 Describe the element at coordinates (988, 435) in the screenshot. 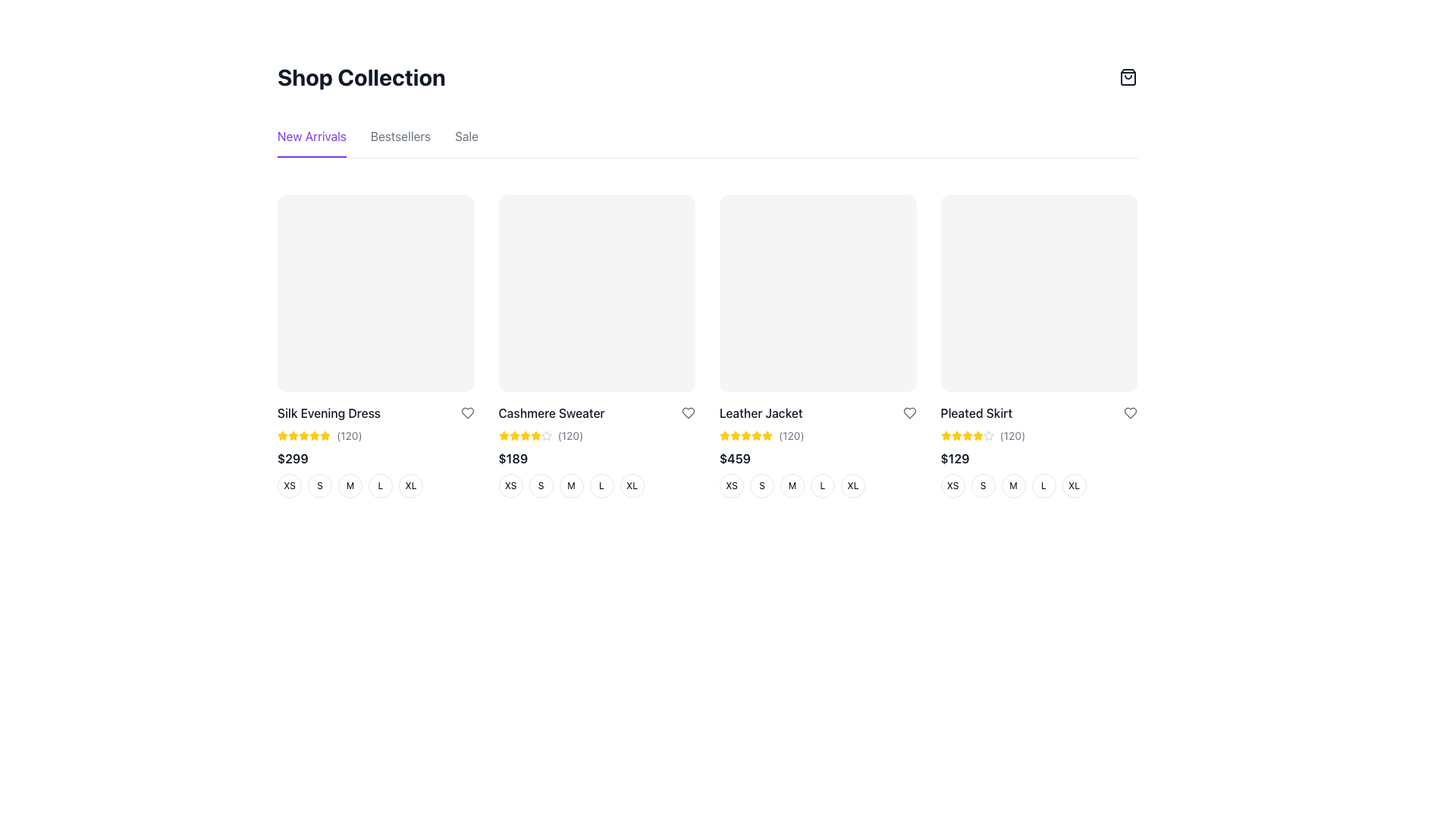

I see `the last star icon under the 'Pleated Skirt' product, which indicates an inactive or unrated state in the rating system` at that location.